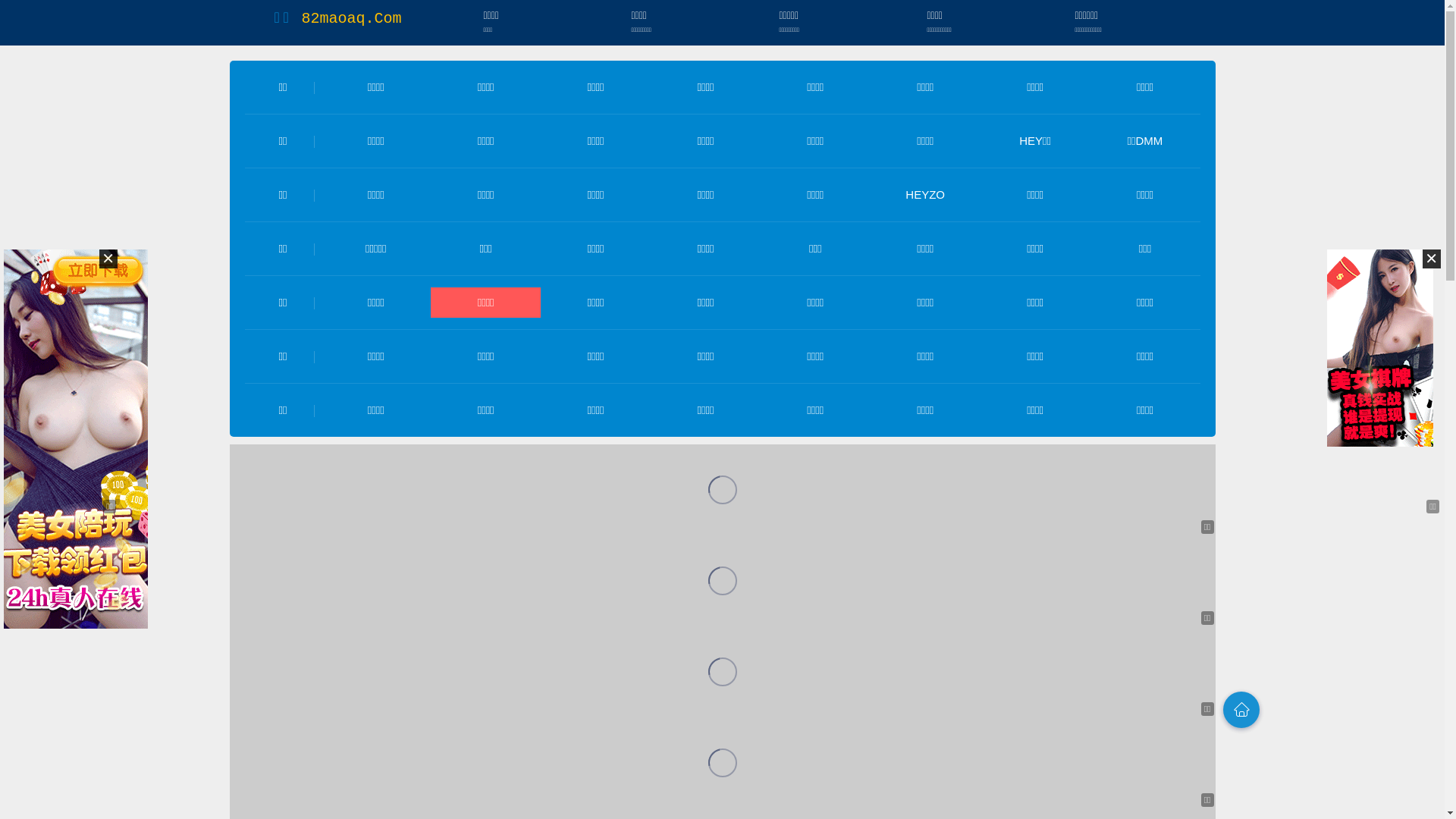  Describe the element at coordinates (924, 193) in the screenshot. I see `'HEYZO'` at that location.